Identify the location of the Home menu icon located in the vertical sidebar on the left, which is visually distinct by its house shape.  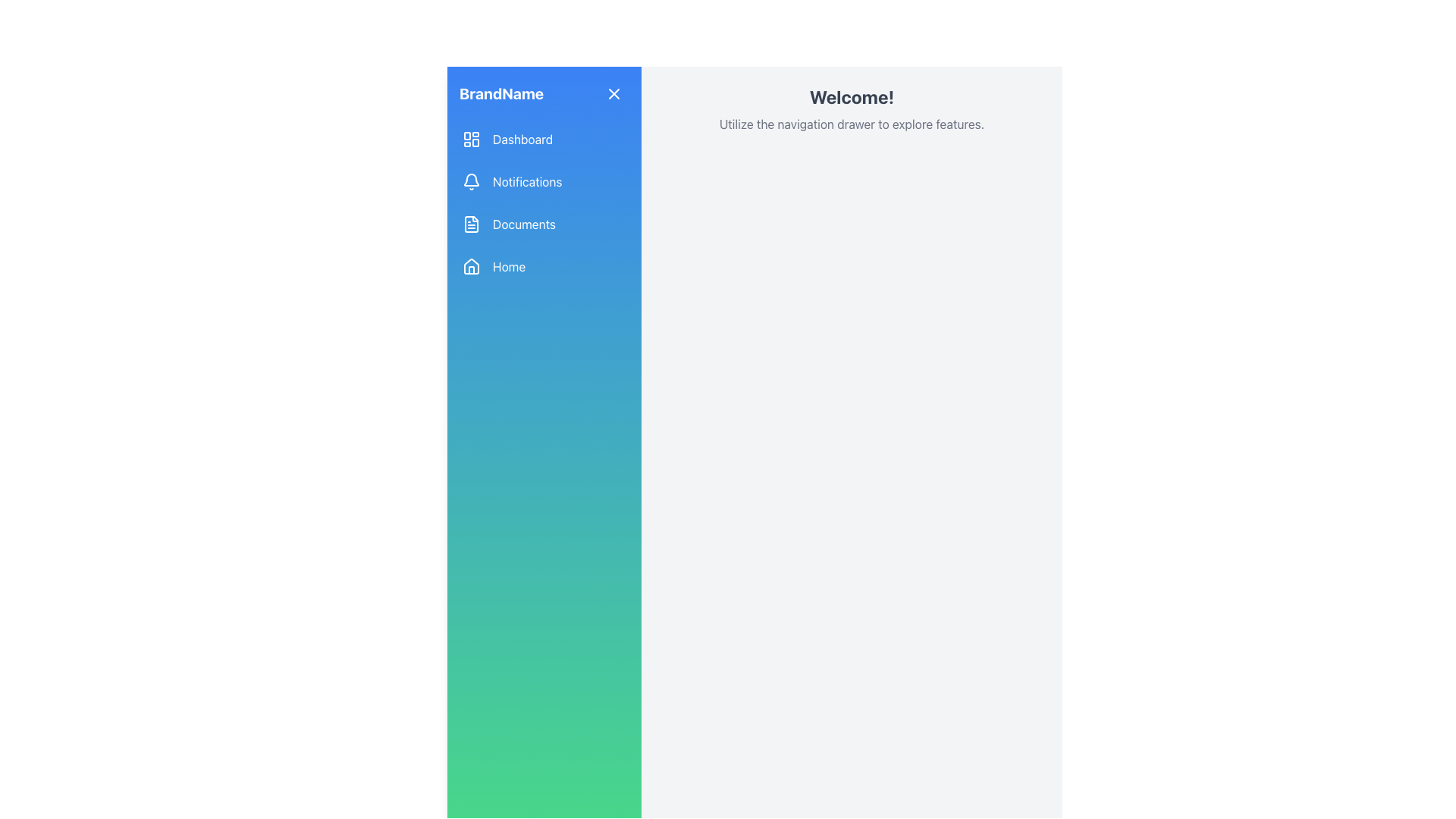
(471, 265).